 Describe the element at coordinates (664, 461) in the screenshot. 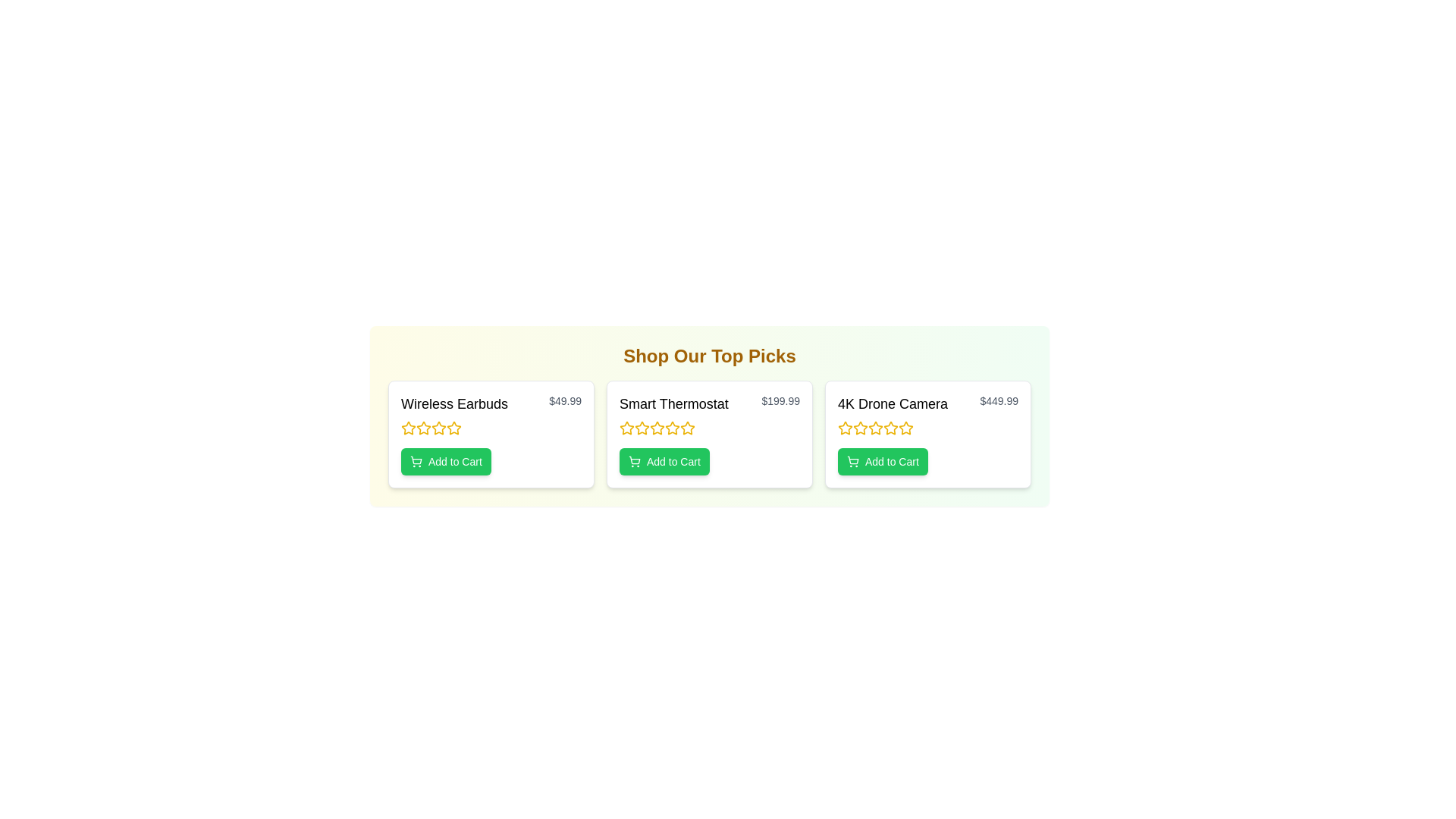

I see `the 'Add to Cart' button for the product Smart Thermostat` at that location.